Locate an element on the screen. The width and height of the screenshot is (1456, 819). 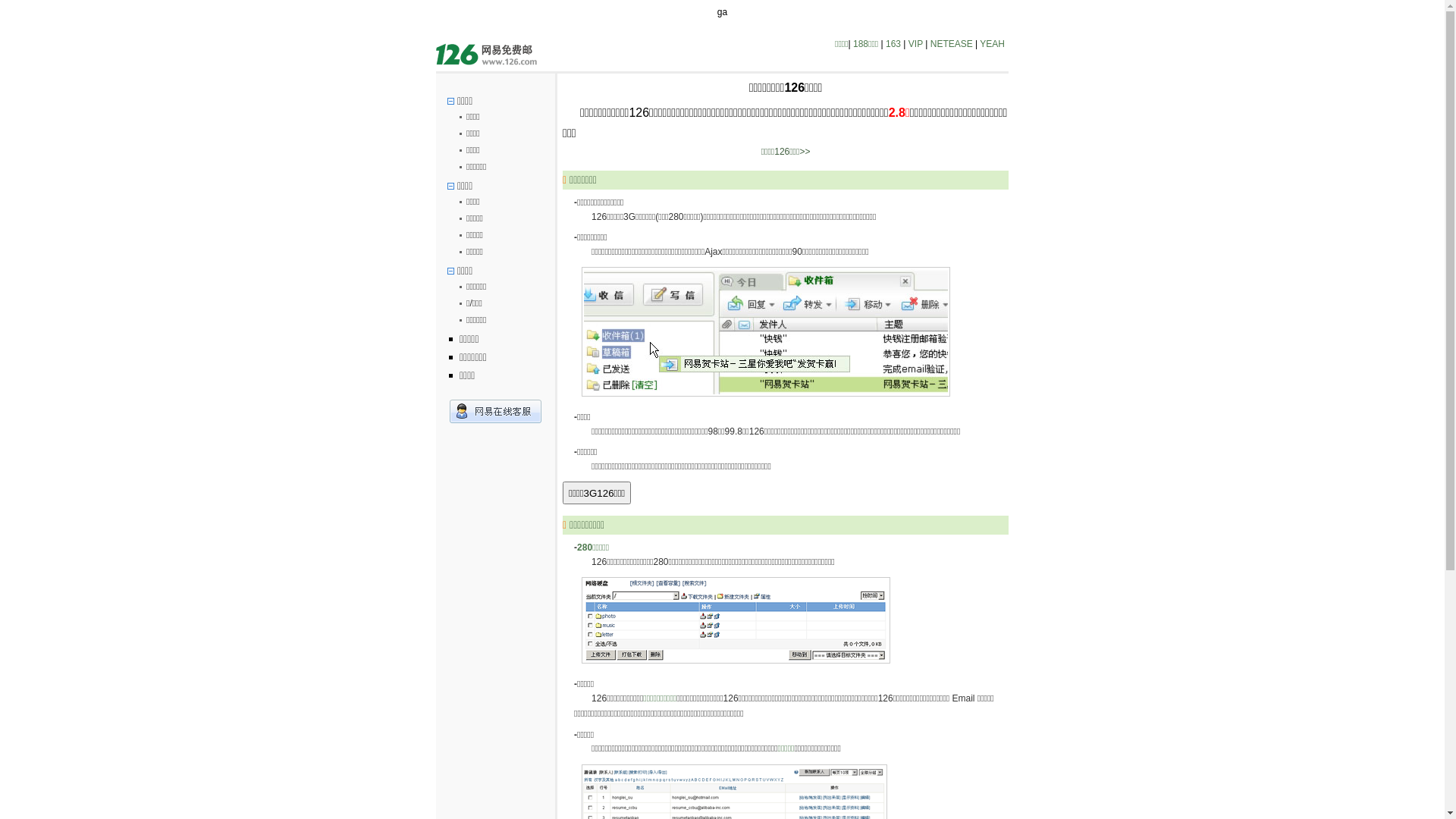
'VIP' is located at coordinates (915, 42).